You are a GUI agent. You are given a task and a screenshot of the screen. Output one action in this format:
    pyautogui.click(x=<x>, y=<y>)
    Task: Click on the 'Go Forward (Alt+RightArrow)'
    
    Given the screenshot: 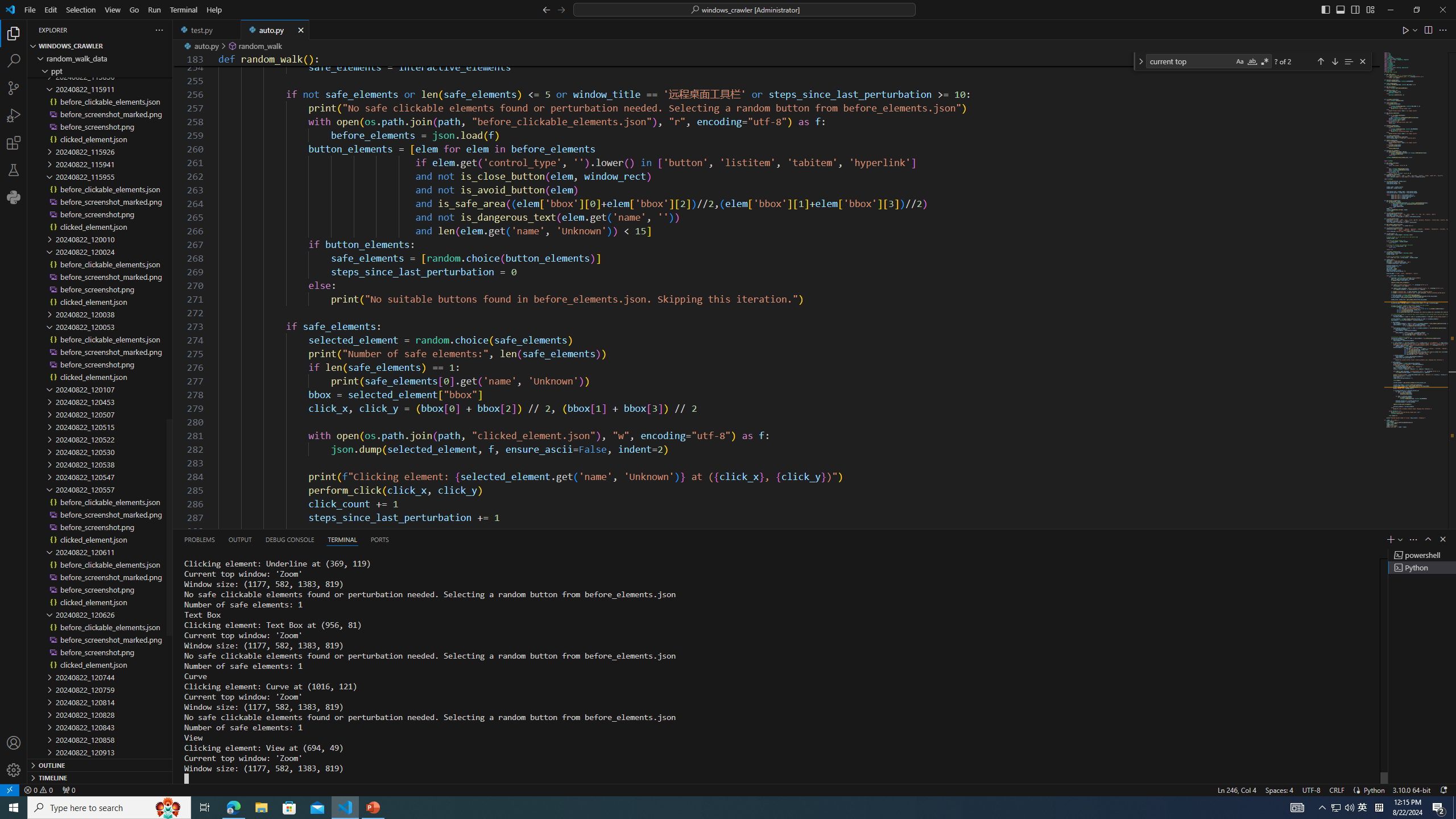 What is the action you would take?
    pyautogui.click(x=561, y=9)
    